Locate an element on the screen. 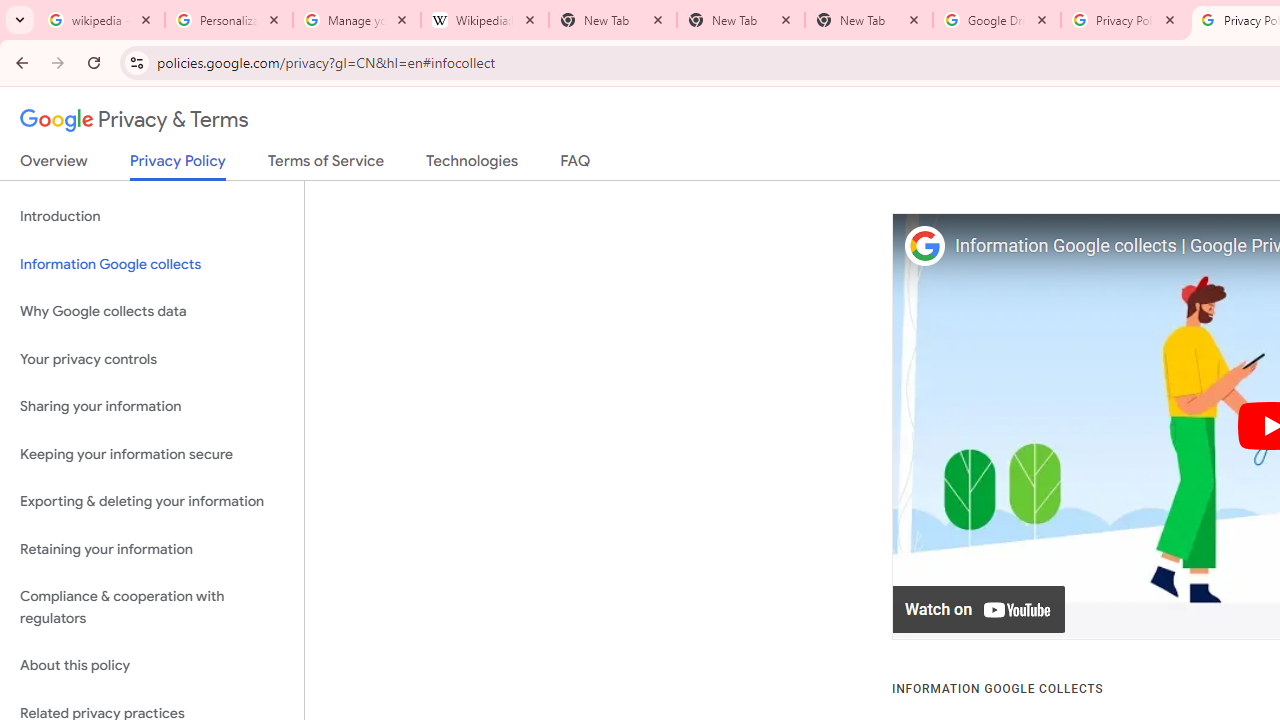  'Information Google collects' is located at coordinates (151, 263).